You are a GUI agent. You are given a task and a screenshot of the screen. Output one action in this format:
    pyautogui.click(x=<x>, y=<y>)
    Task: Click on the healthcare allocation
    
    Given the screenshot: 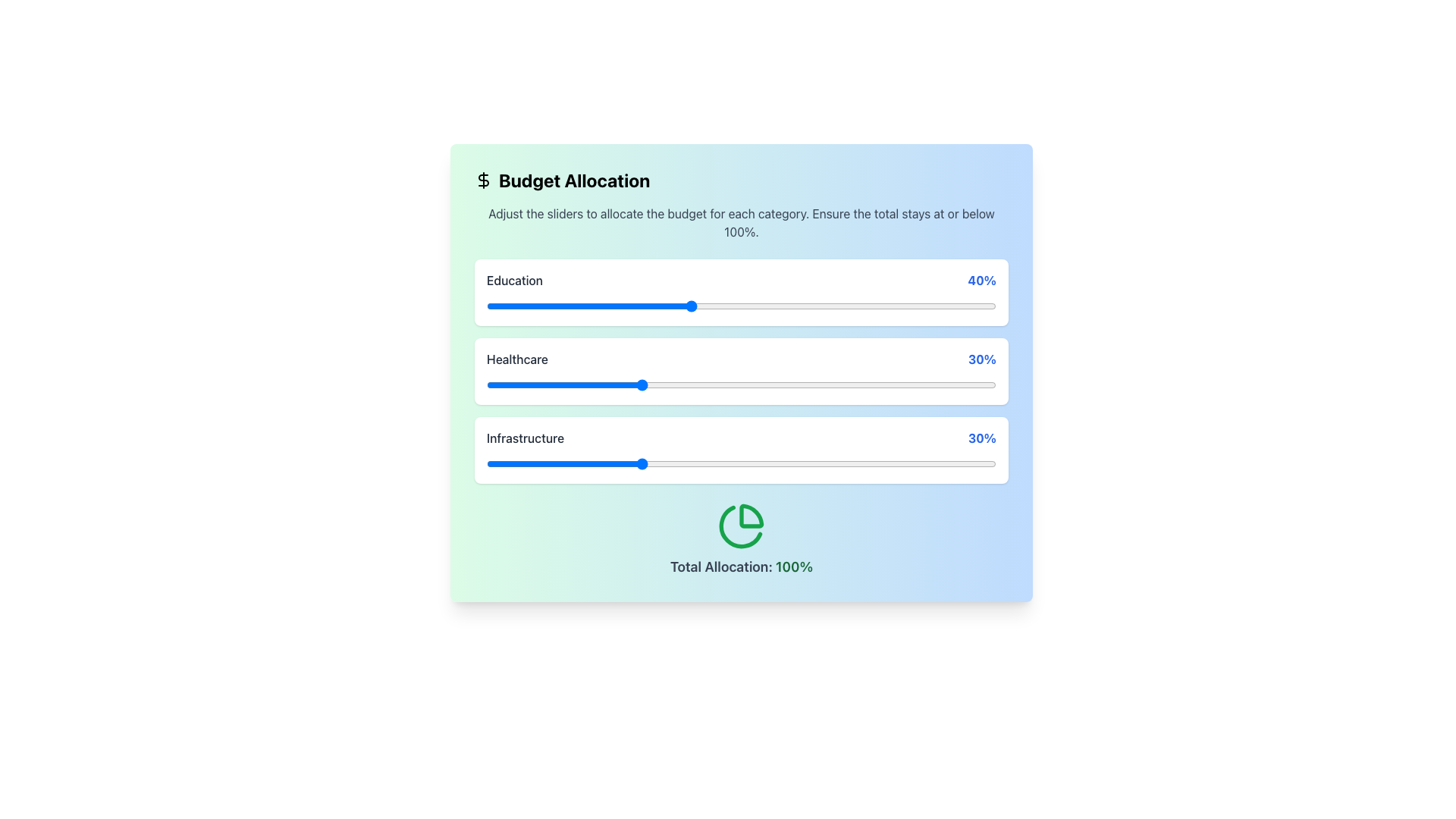 What is the action you would take?
    pyautogui.click(x=674, y=384)
    